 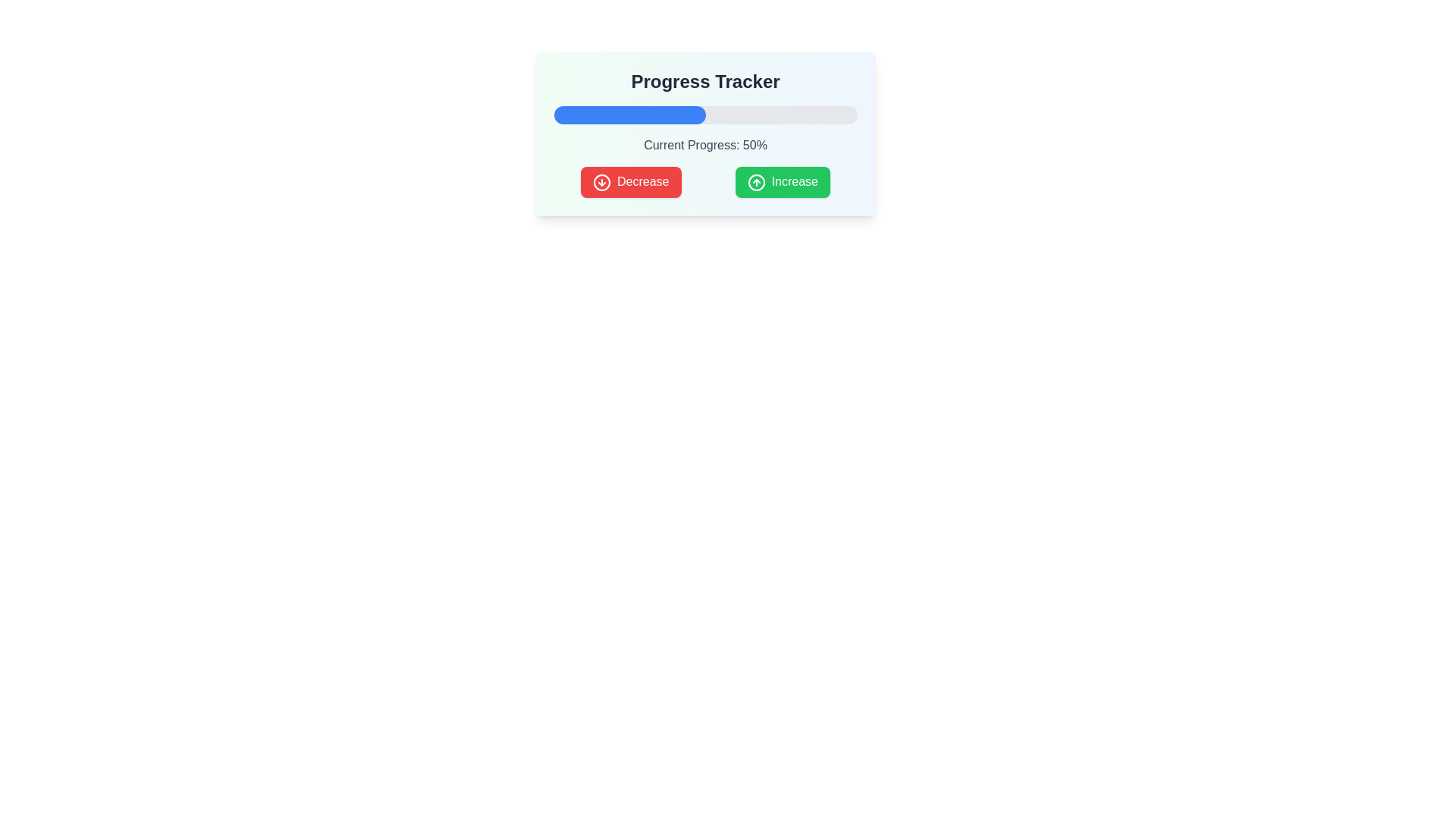 What do you see at coordinates (601, 181) in the screenshot?
I see `the decrease icon within the 'Decrease' button, which visually represents reduction and is aligned with the button's text label` at bounding box center [601, 181].